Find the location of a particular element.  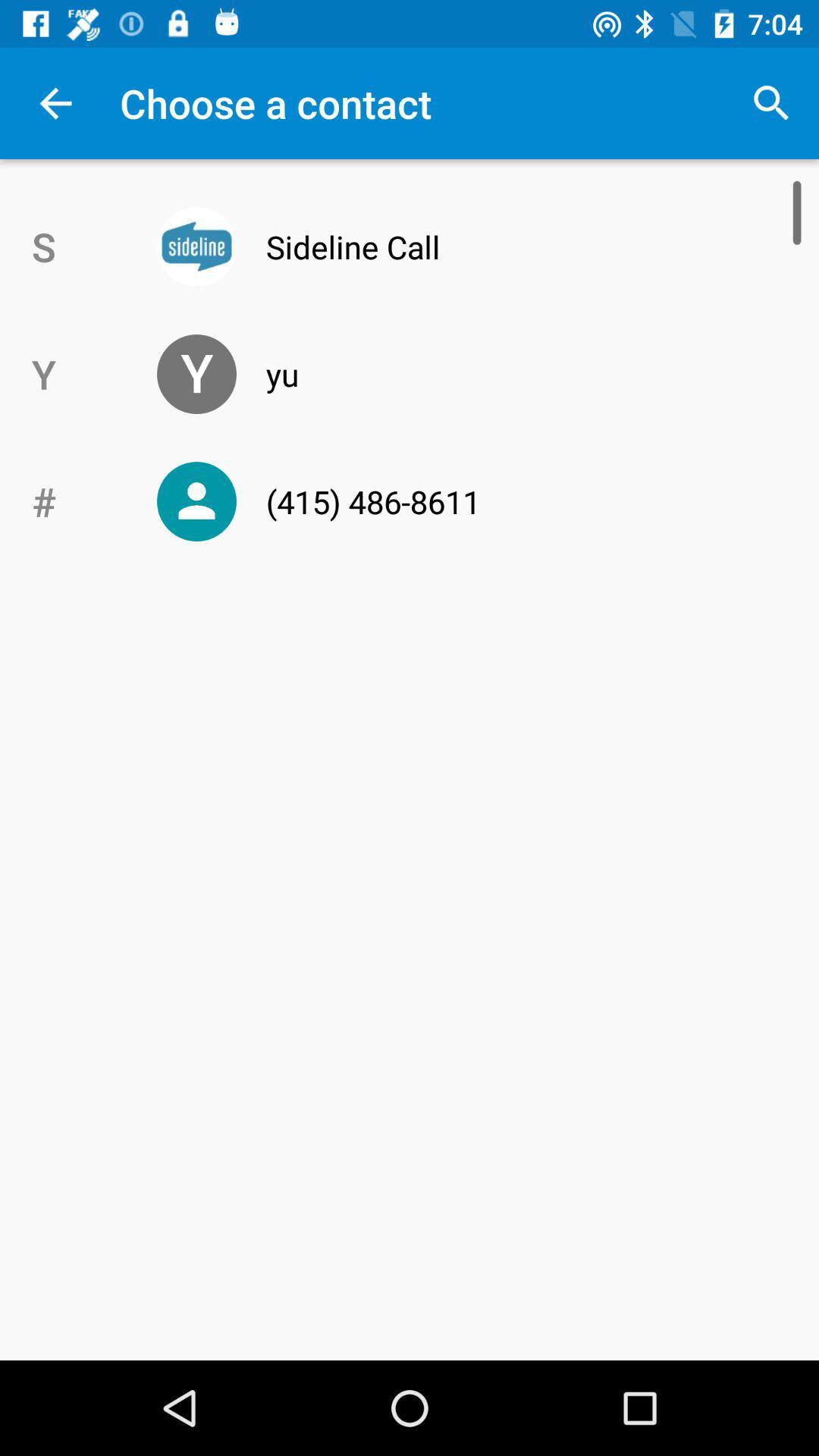

item next to choose a contact item is located at coordinates (771, 102).